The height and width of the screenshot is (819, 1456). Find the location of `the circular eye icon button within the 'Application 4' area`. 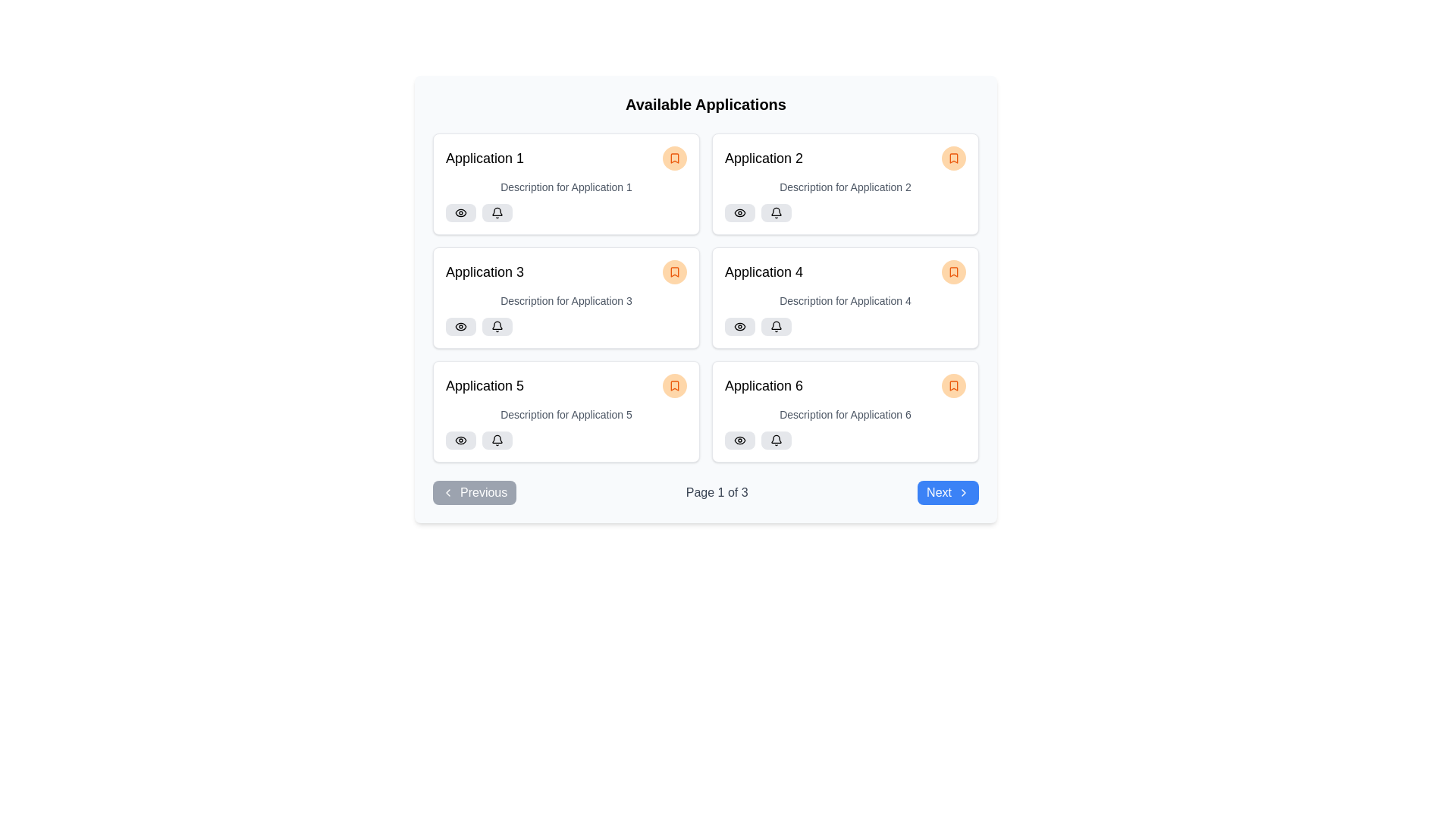

the circular eye icon button within the 'Application 4' area is located at coordinates (739, 326).